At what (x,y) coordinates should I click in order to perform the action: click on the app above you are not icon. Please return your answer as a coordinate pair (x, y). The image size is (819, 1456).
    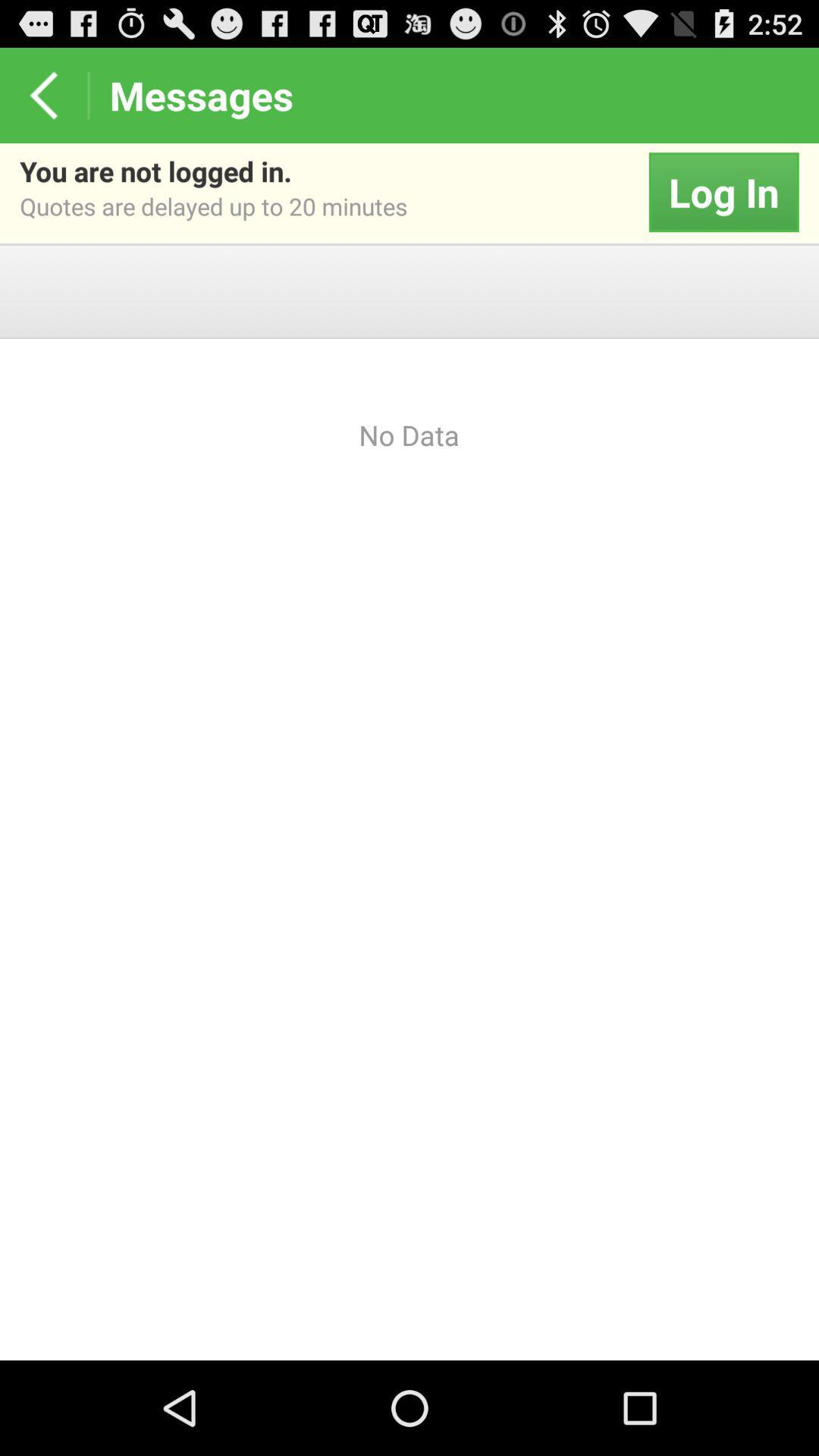
    Looking at the image, I should click on (42, 94).